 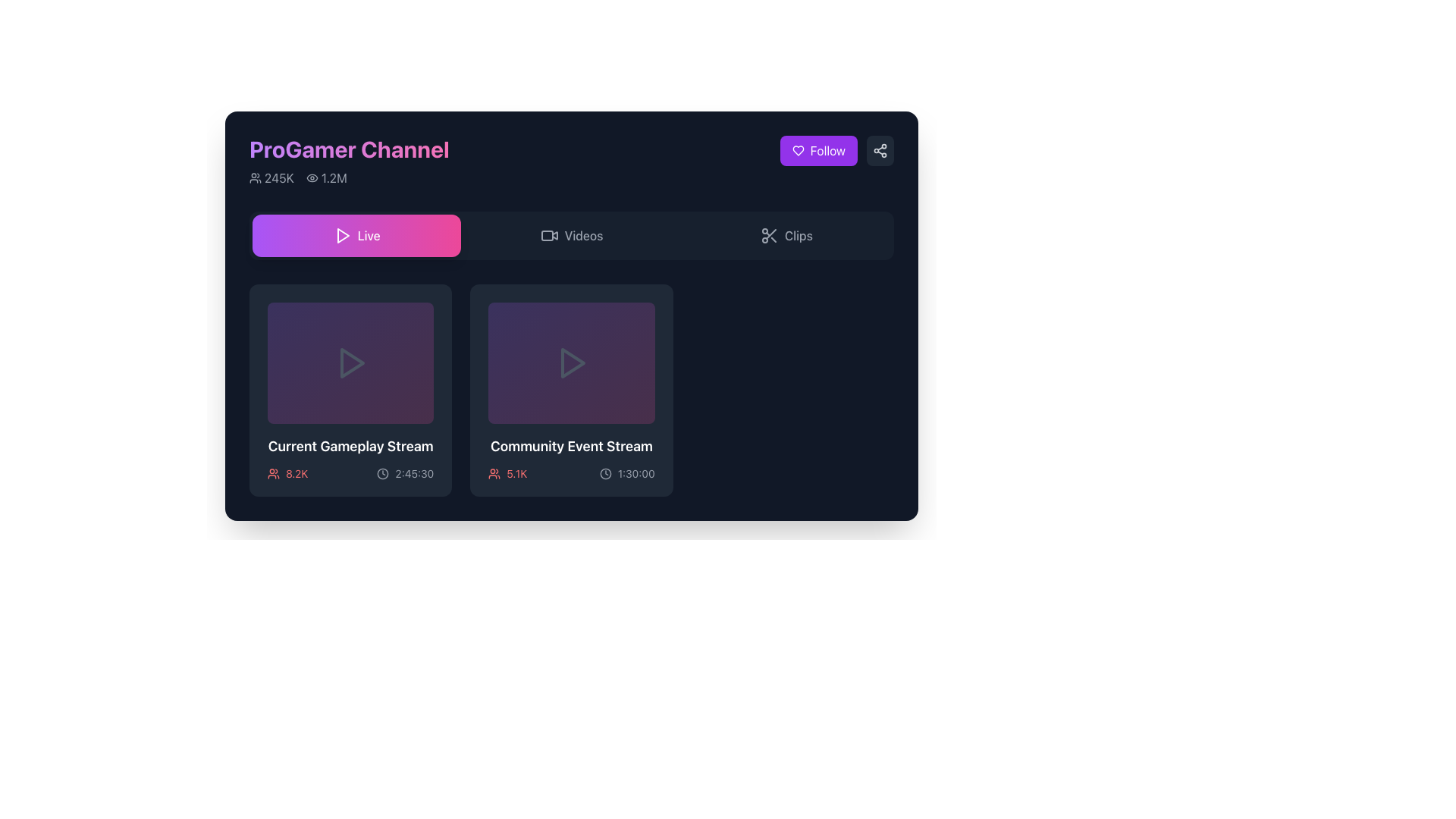 I want to click on value displayed in the Text with Icon element showing '245K', styled with light text color on a dark background, positioned below the title 'ProGamer Channel', so click(x=271, y=177).